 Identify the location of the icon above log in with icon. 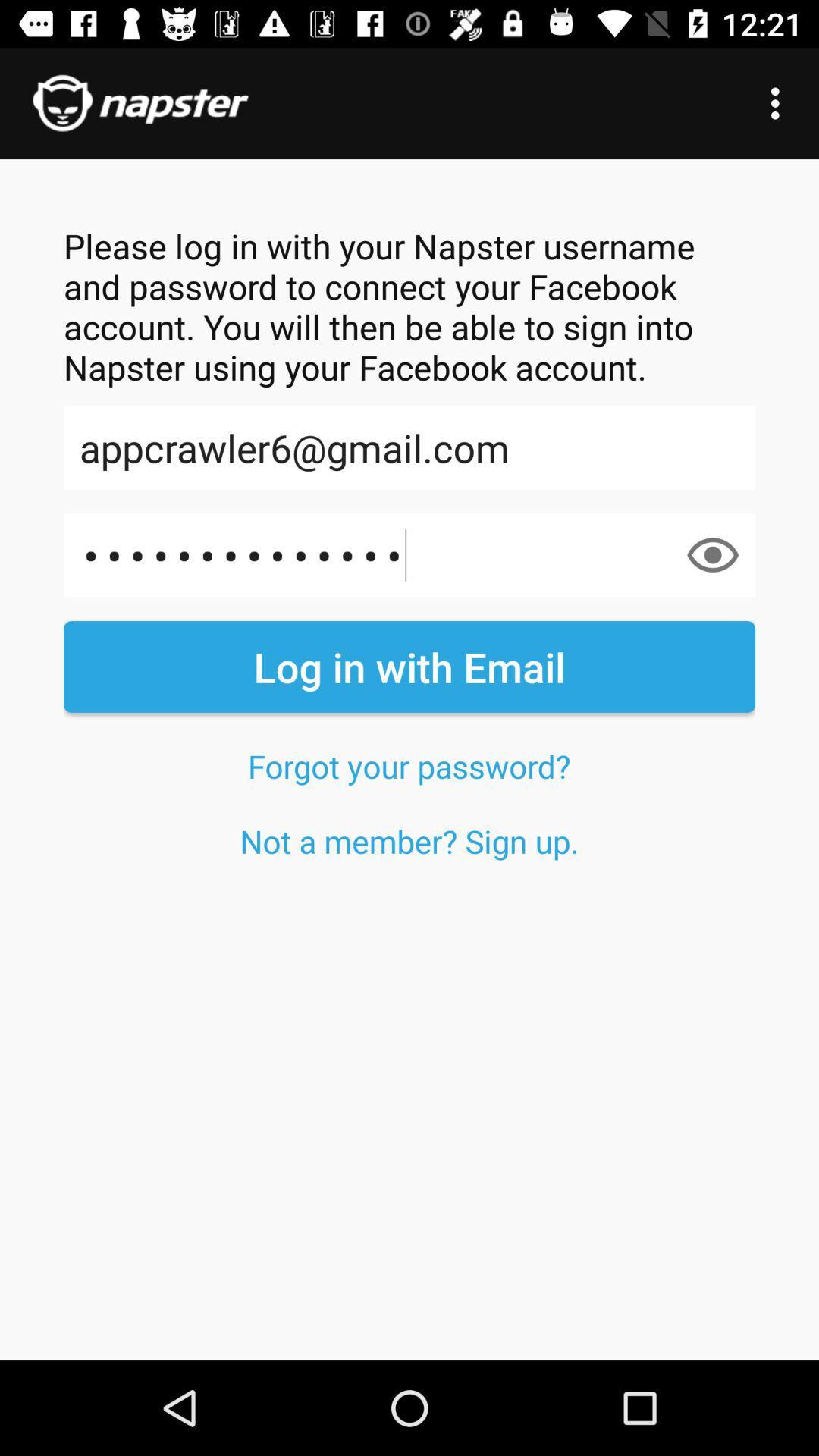
(713, 554).